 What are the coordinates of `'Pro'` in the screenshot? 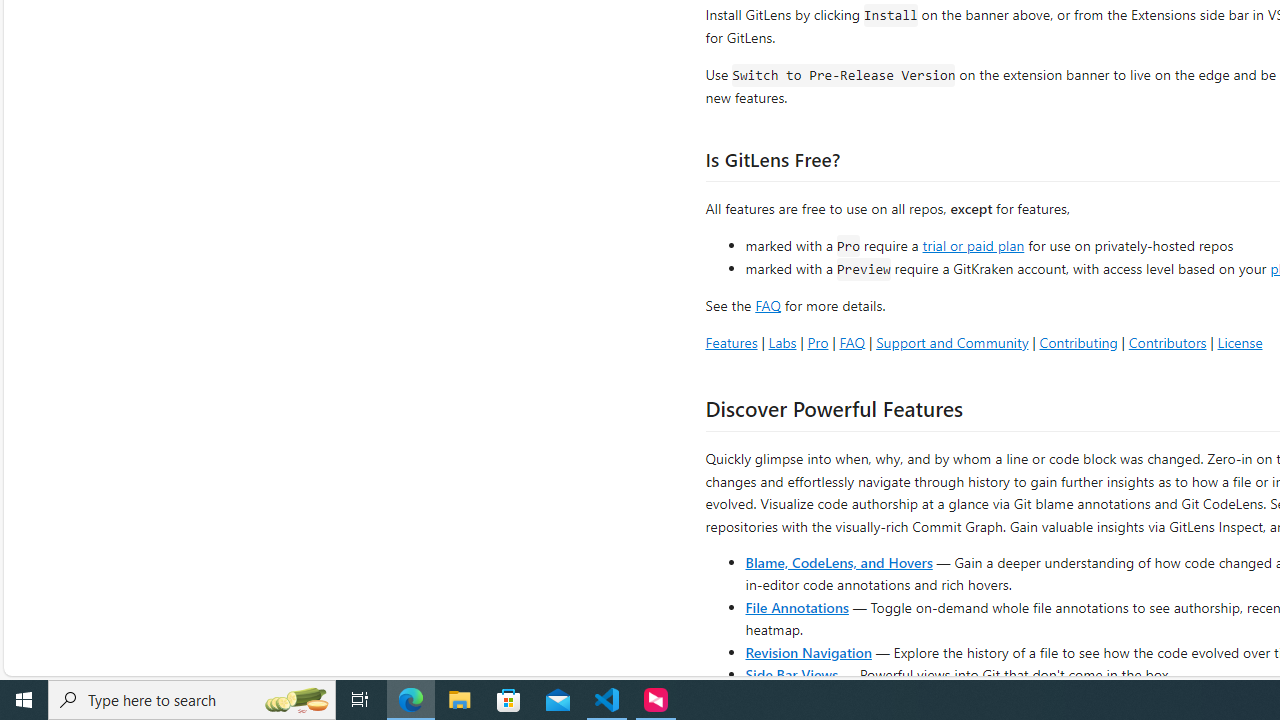 It's located at (817, 341).